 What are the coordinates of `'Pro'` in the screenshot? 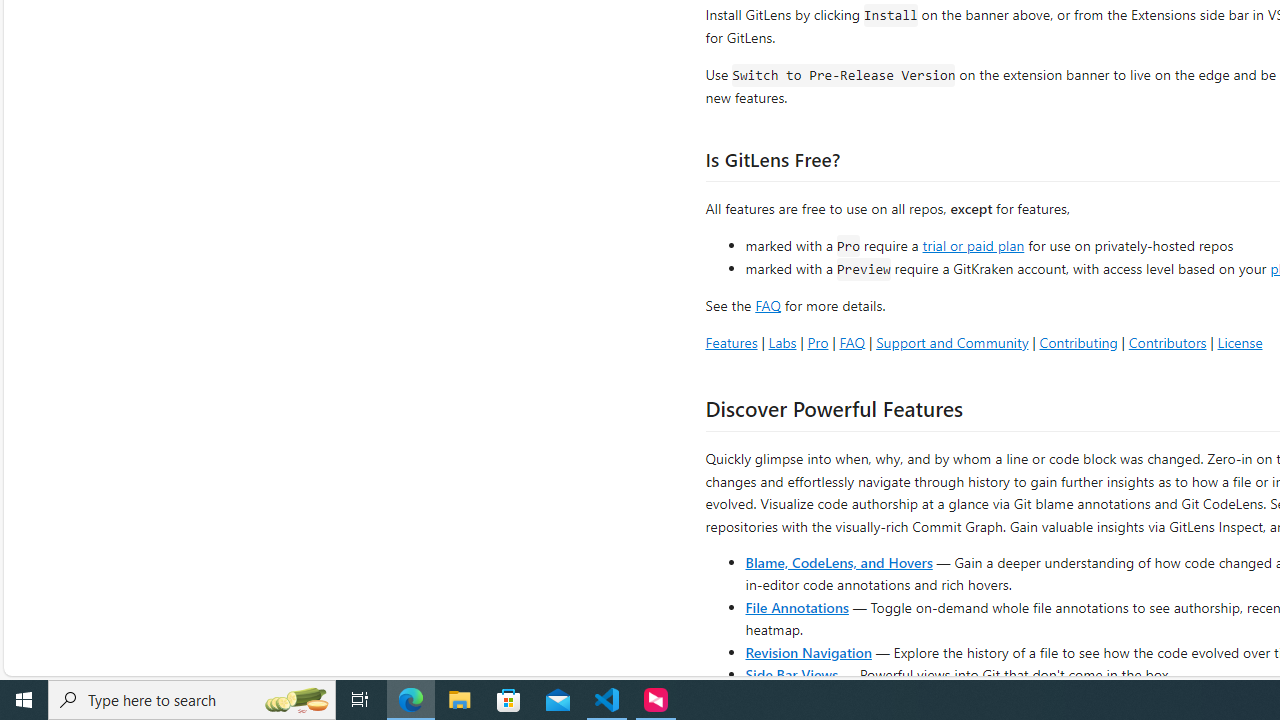 It's located at (817, 341).